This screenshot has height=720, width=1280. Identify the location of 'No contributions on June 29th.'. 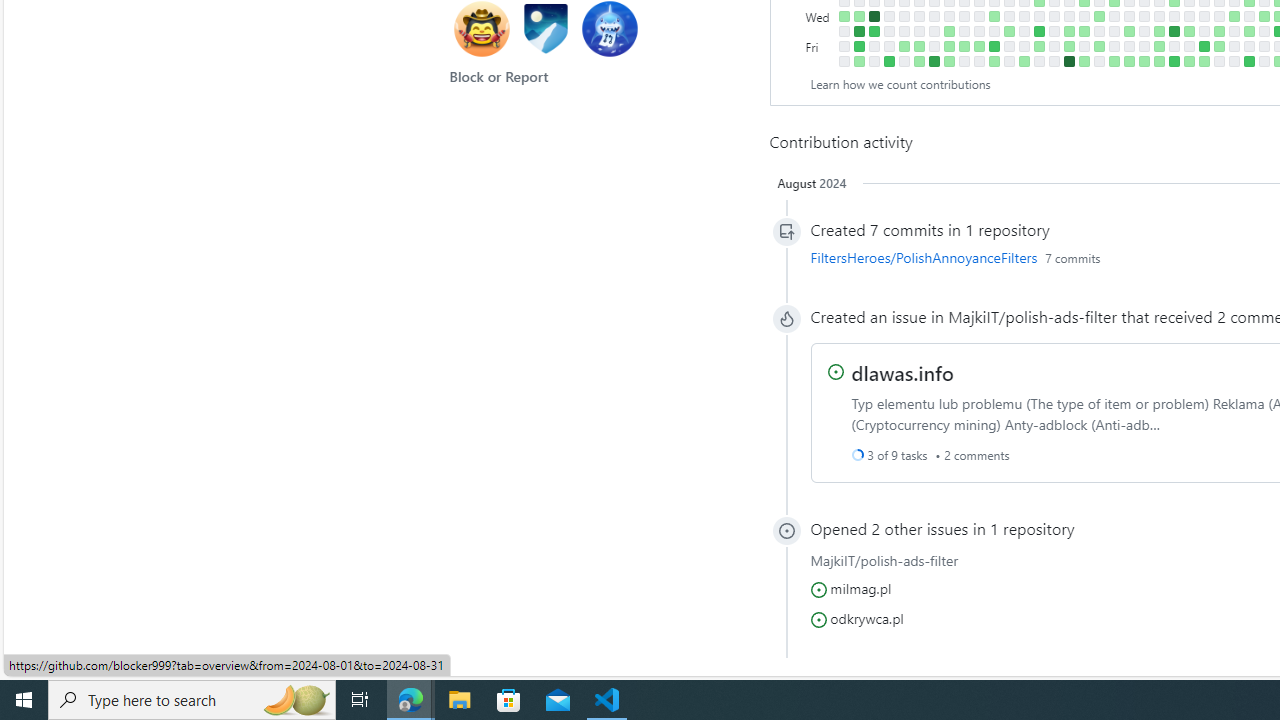
(1218, 60).